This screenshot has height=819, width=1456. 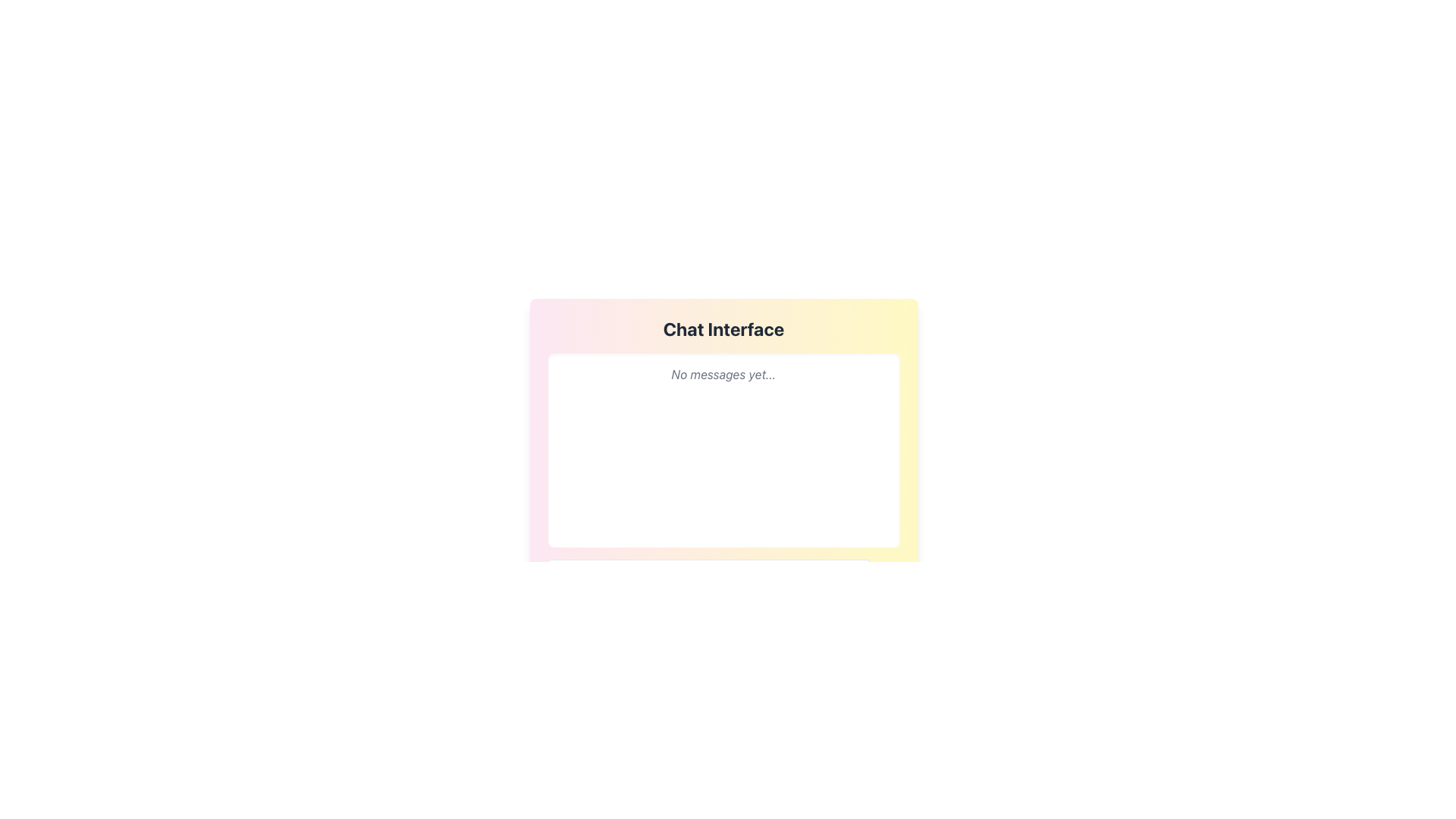 What do you see at coordinates (723, 374) in the screenshot?
I see `the informational text element displaying 'No messages yet...' in gray italic font, located near the top of the white message panel in the chat interface` at bounding box center [723, 374].